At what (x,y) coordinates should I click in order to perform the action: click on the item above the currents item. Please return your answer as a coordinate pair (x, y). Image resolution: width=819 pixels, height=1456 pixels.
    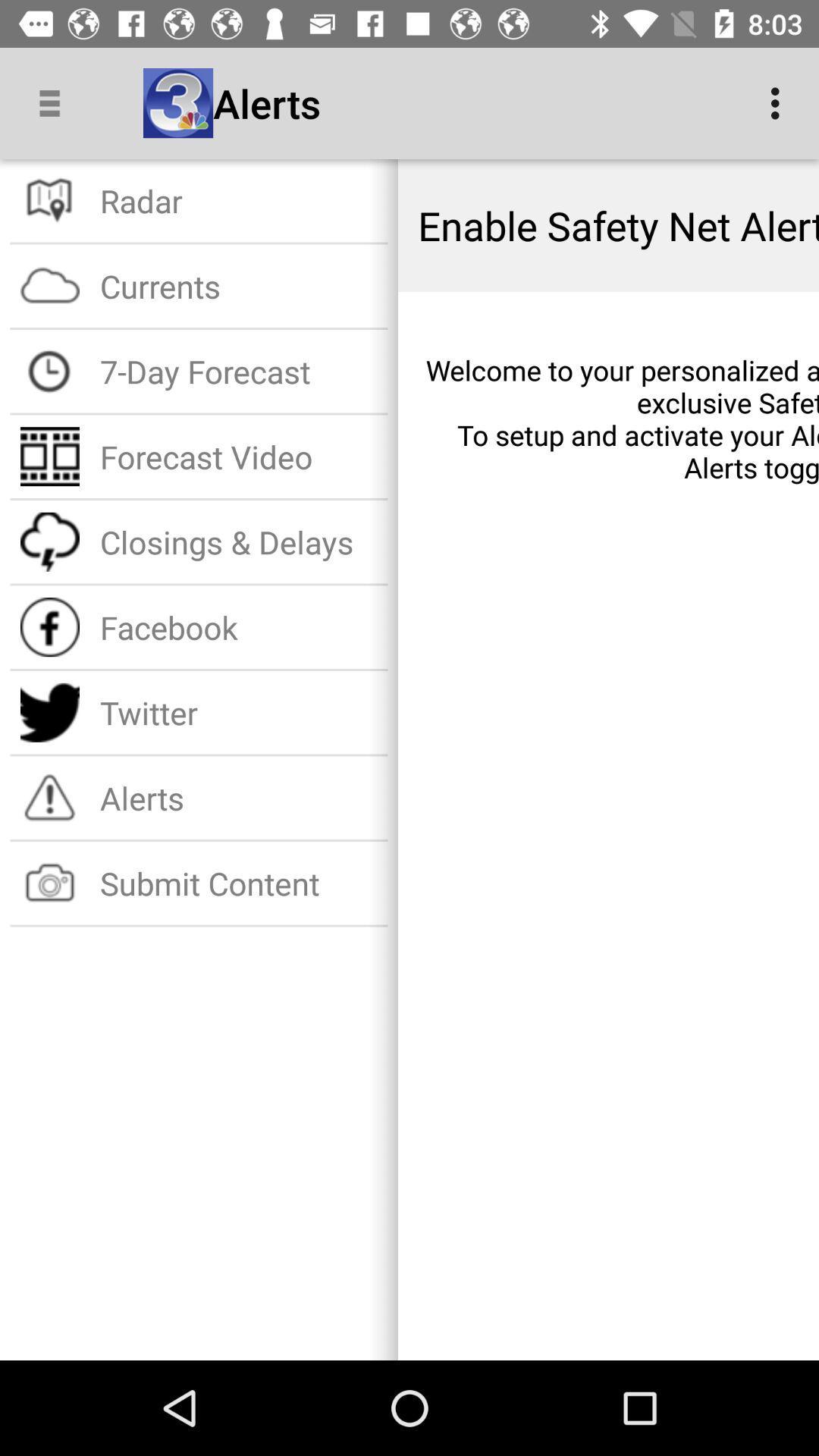
    Looking at the image, I should click on (239, 199).